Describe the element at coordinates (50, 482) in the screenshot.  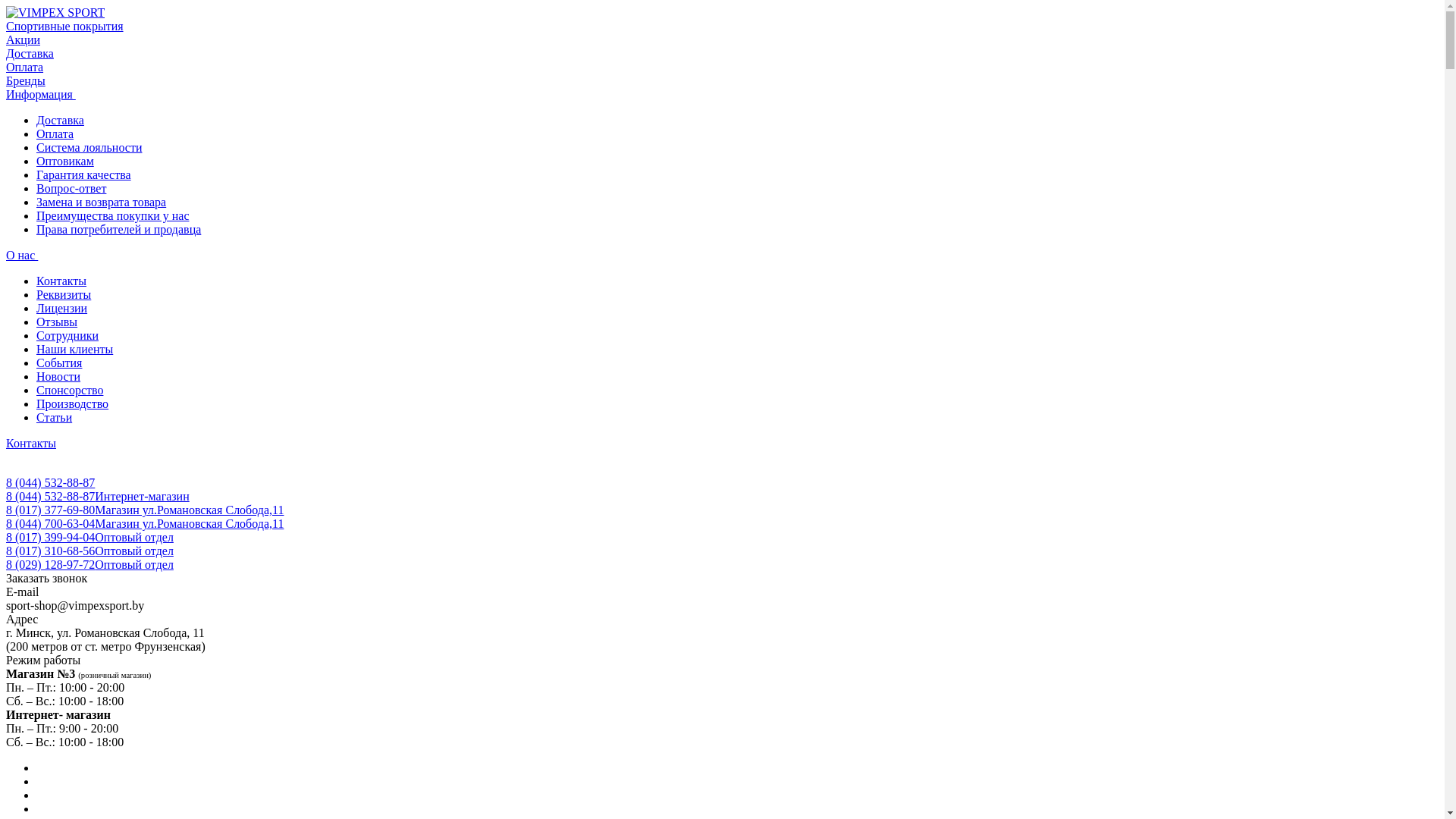
I see `'8 (044) 532-88-87'` at that location.